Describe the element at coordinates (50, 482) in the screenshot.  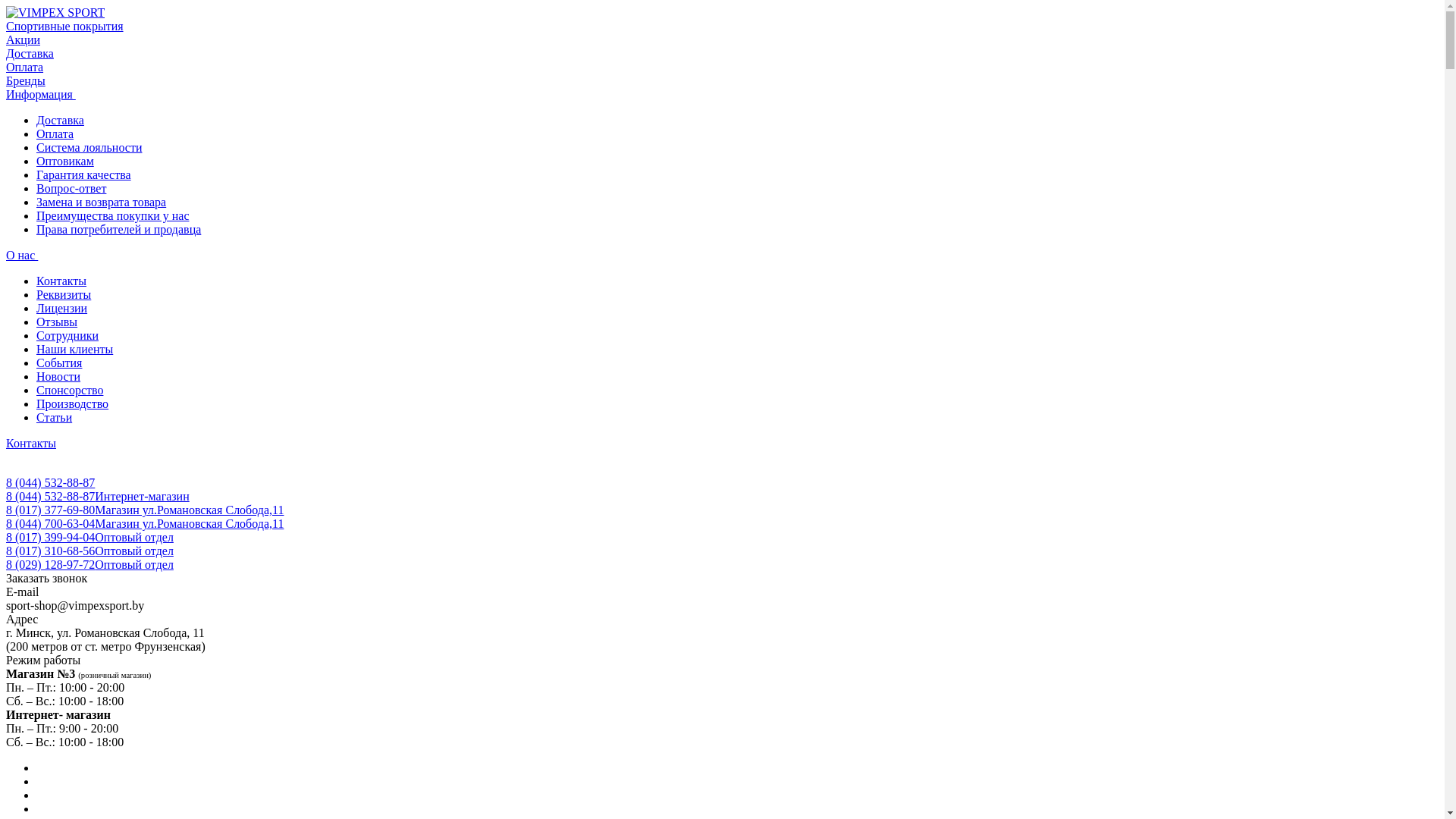
I see `'8 (044) 532-88-87'` at that location.